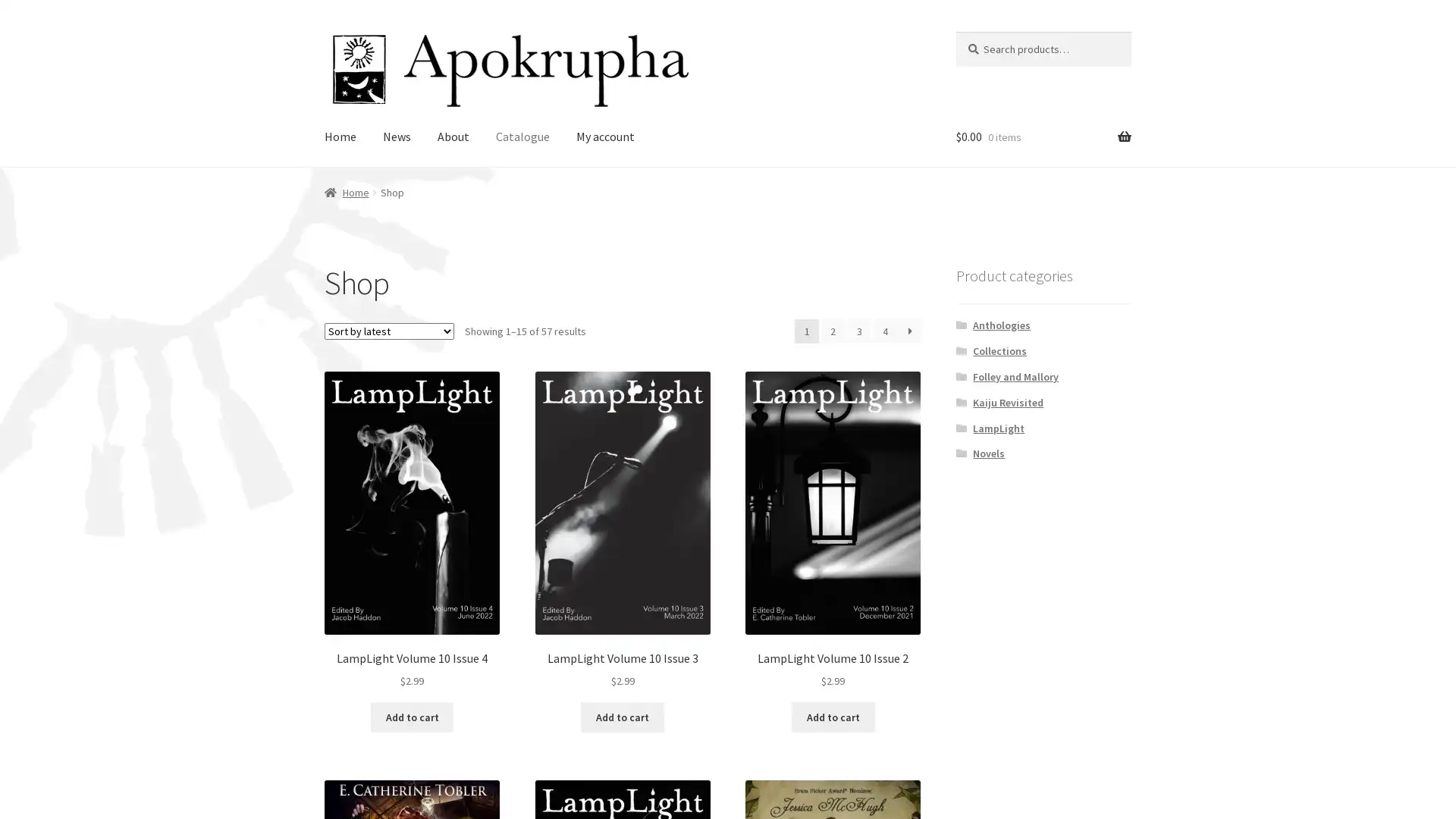  I want to click on Search, so click(954, 30).